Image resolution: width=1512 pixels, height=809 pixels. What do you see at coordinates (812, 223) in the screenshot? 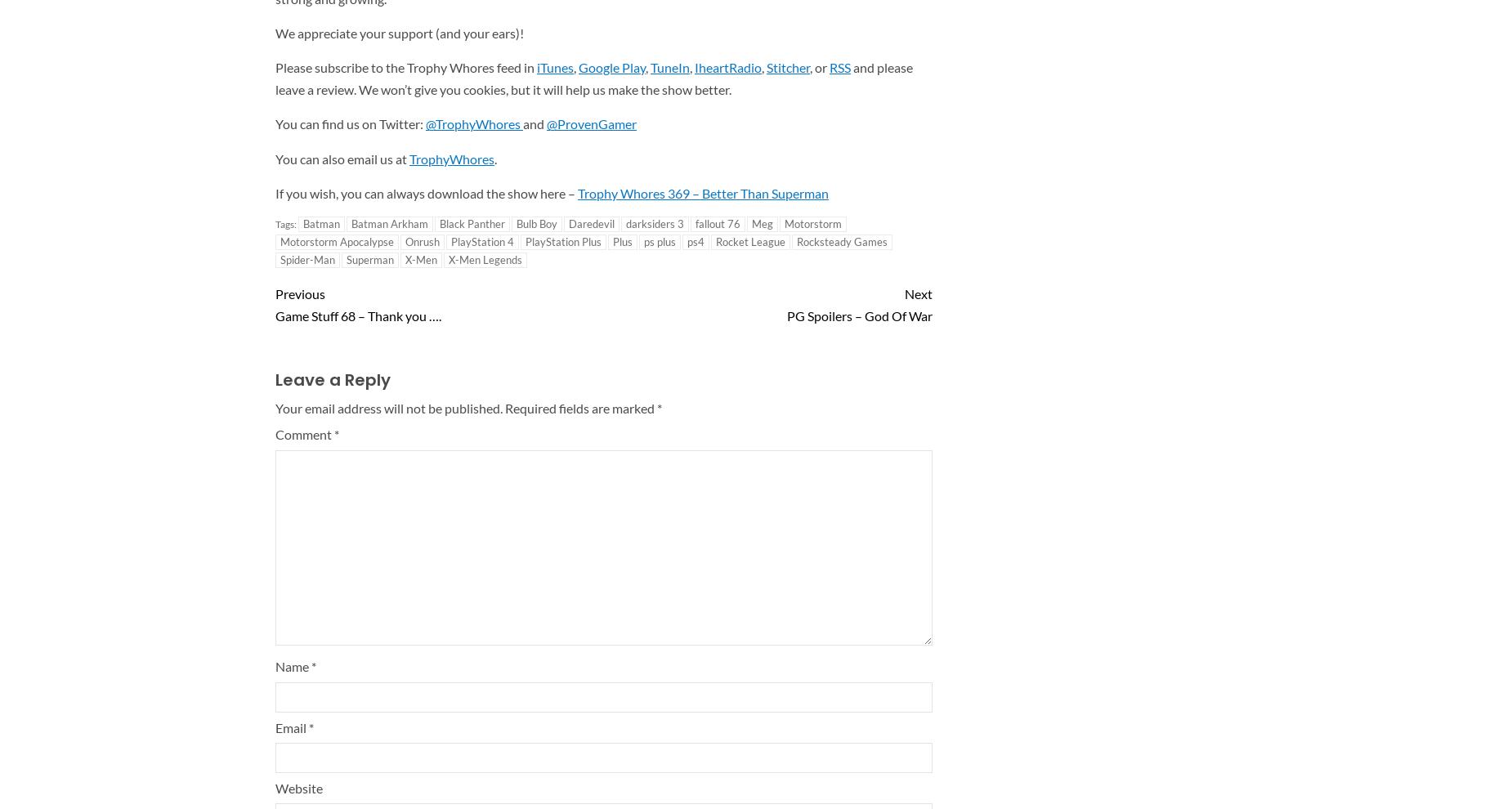
I see `'Motorstorm'` at bounding box center [812, 223].